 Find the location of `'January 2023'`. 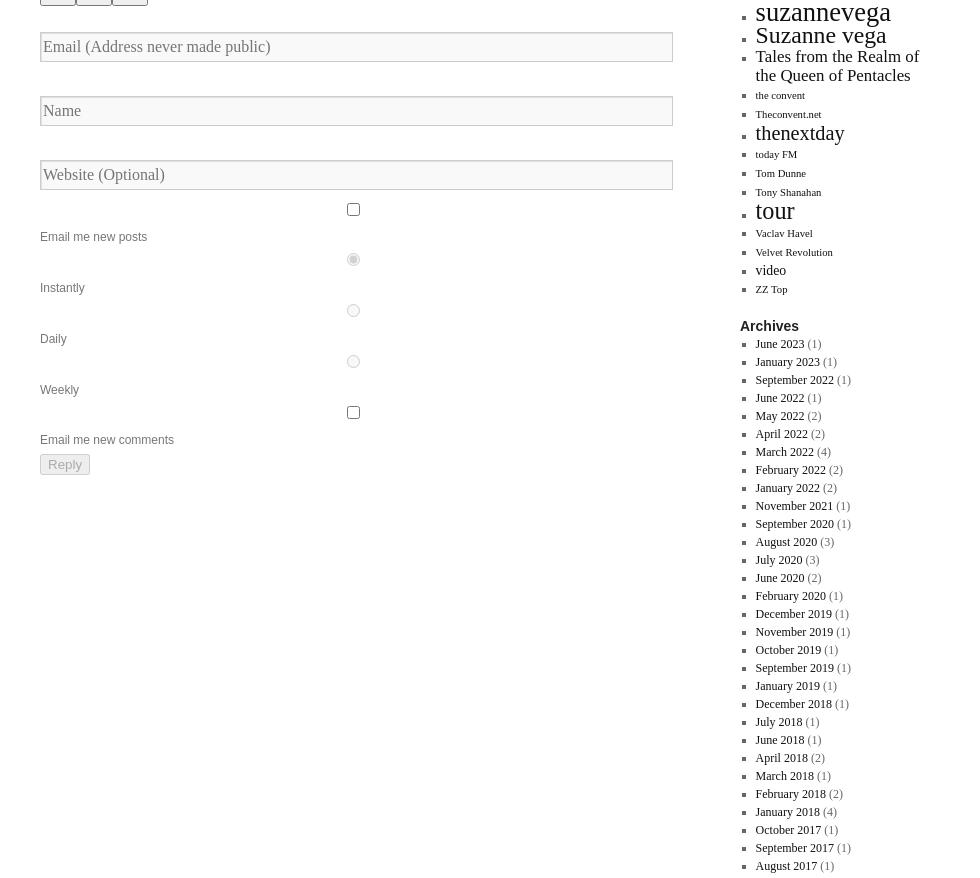

'January 2023' is located at coordinates (787, 360).